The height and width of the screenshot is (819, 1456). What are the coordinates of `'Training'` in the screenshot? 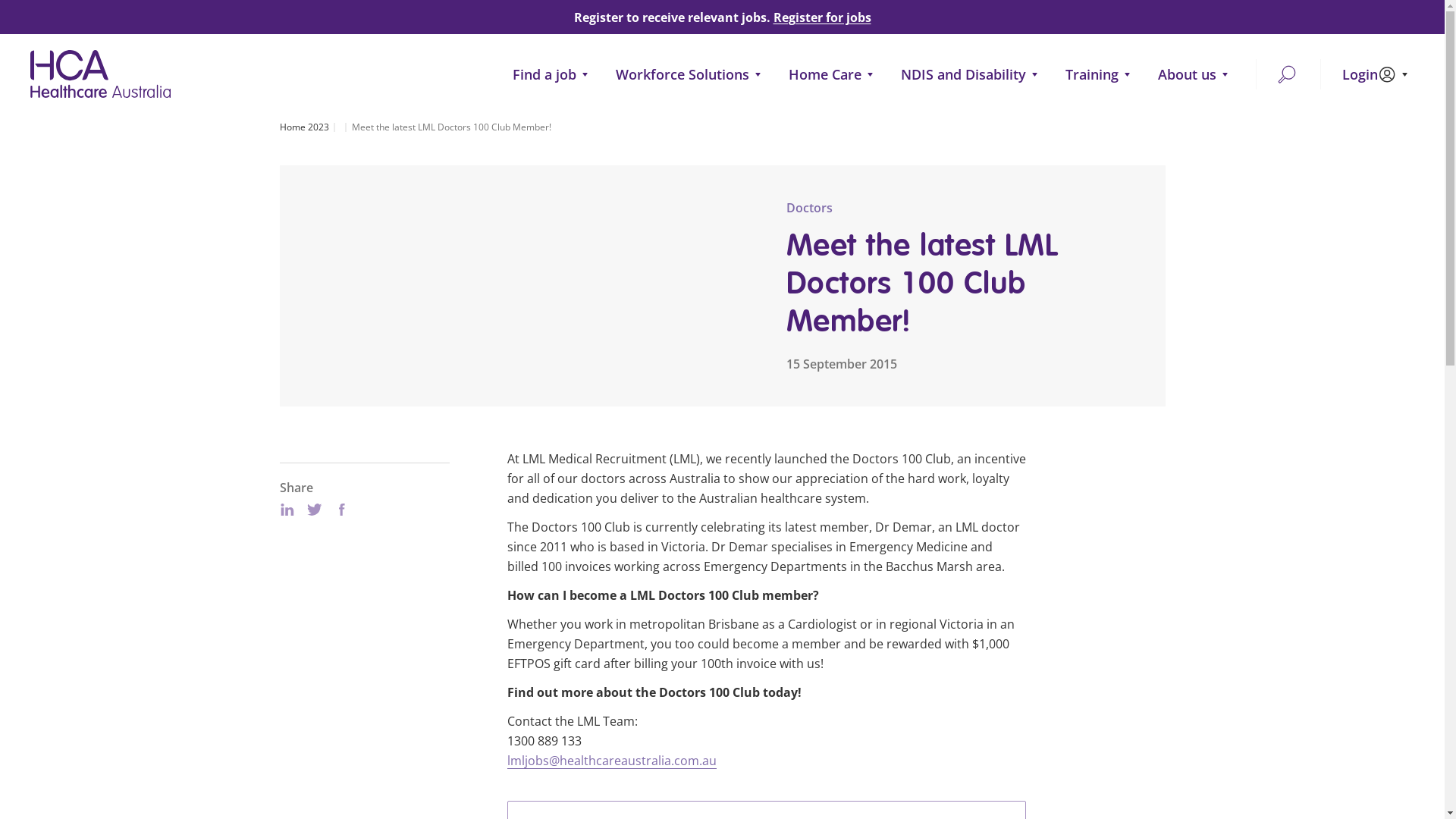 It's located at (1101, 74).